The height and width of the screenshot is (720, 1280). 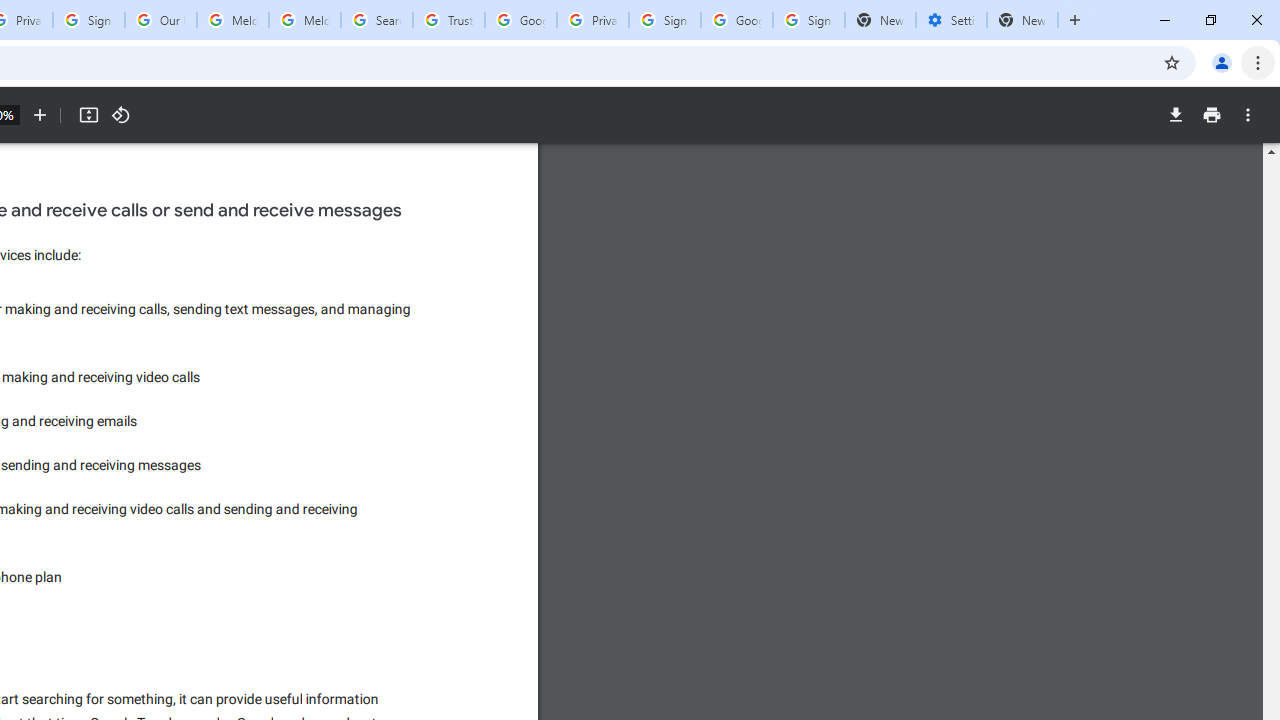 What do you see at coordinates (950, 20) in the screenshot?
I see `'Settings - Addresses and more'` at bounding box center [950, 20].